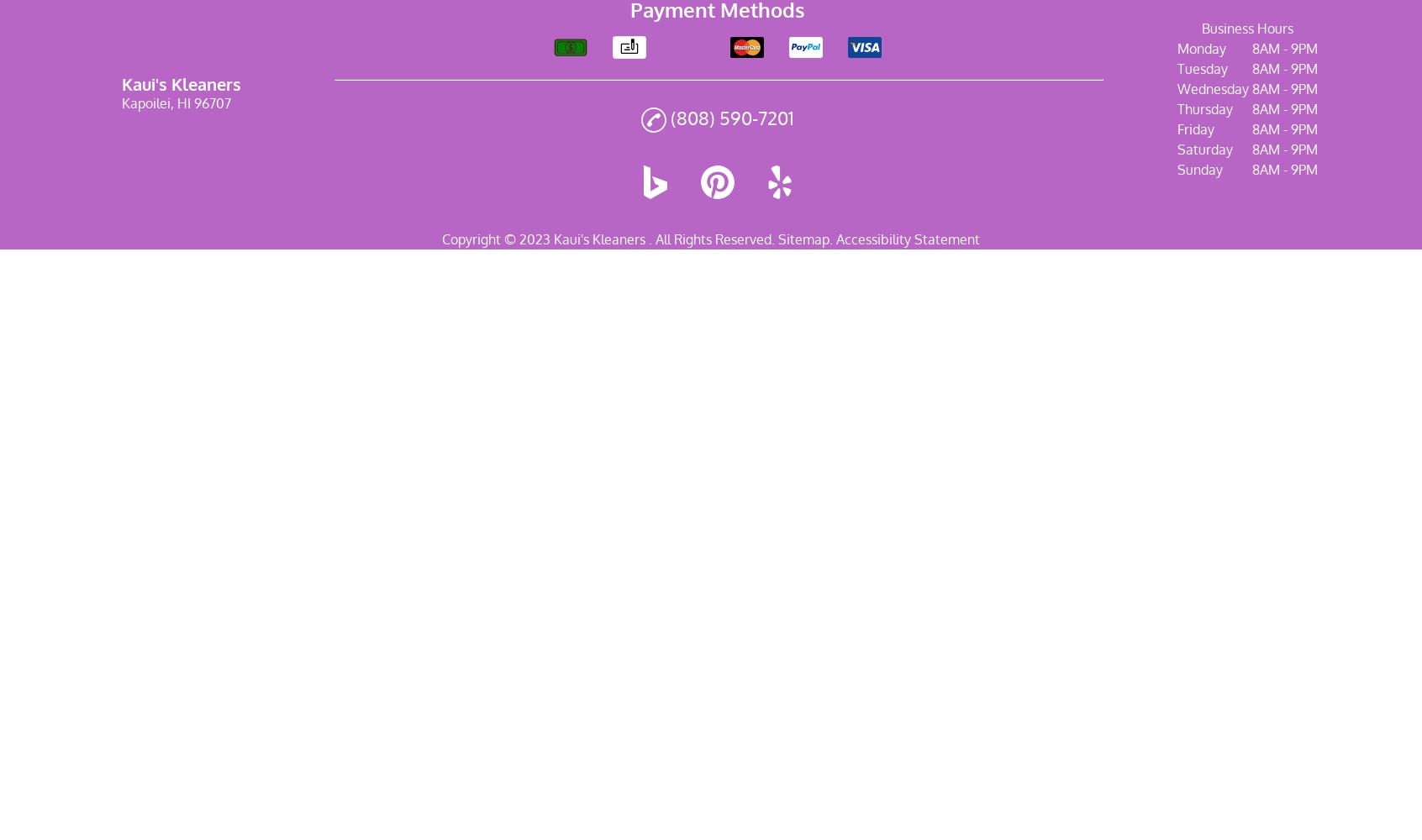  I want to click on '(808) 590-7201', so click(731, 118).